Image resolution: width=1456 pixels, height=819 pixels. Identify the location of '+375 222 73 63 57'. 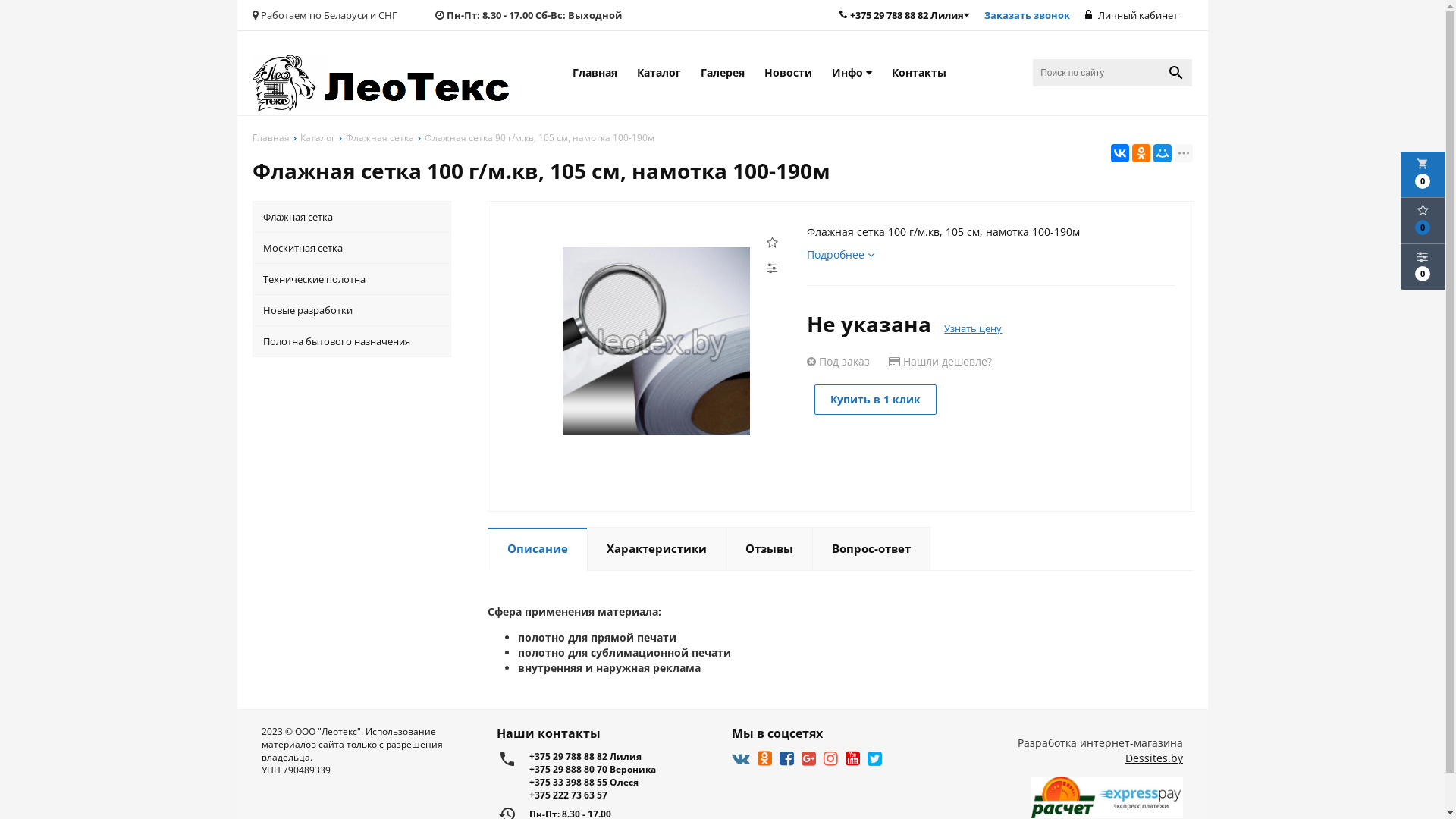
(621, 794).